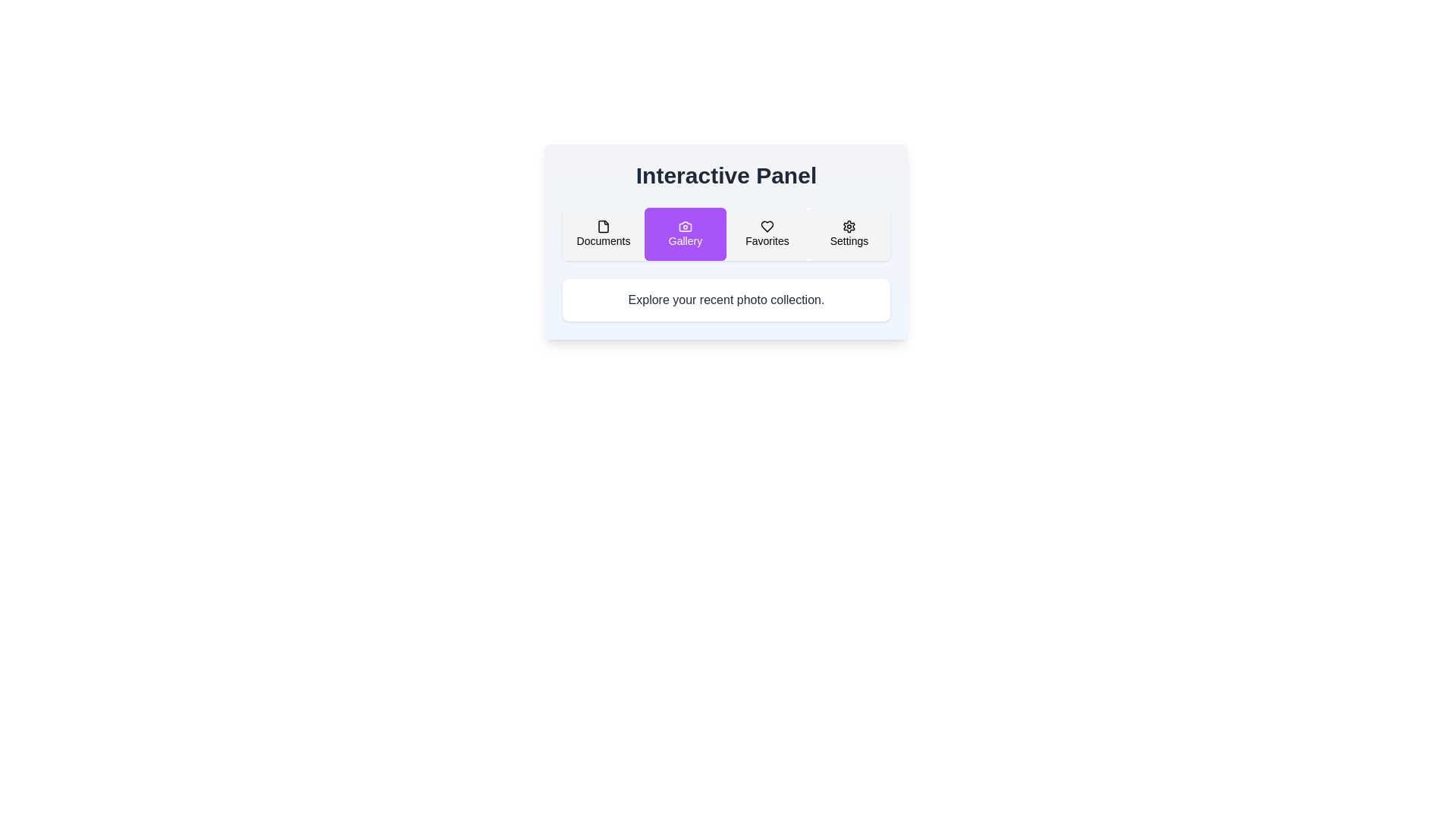 The image size is (1456, 819). What do you see at coordinates (684, 234) in the screenshot?
I see `the purple rectangular button labeled 'Gallery' with a camera icon` at bounding box center [684, 234].